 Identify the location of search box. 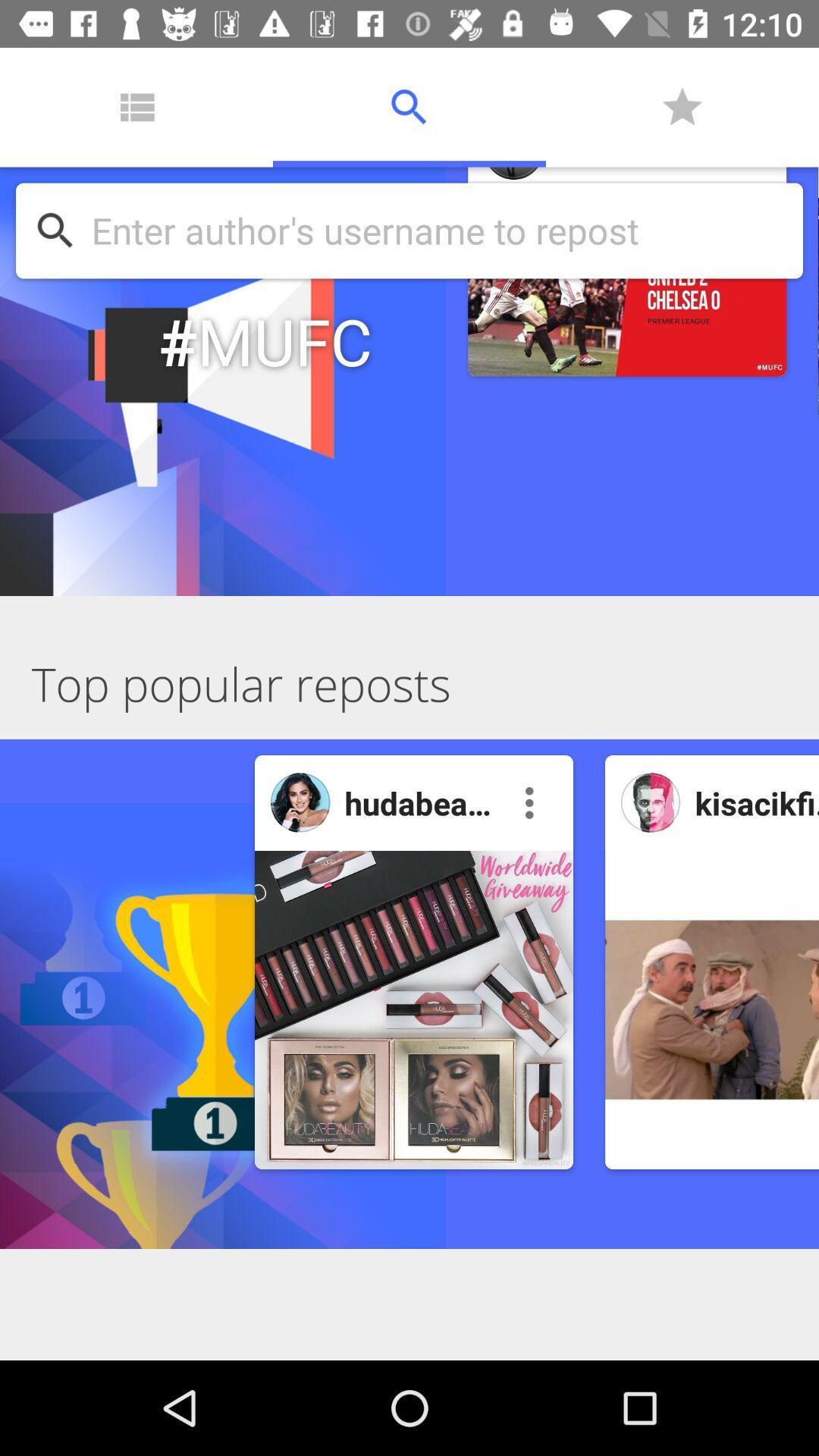
(439, 230).